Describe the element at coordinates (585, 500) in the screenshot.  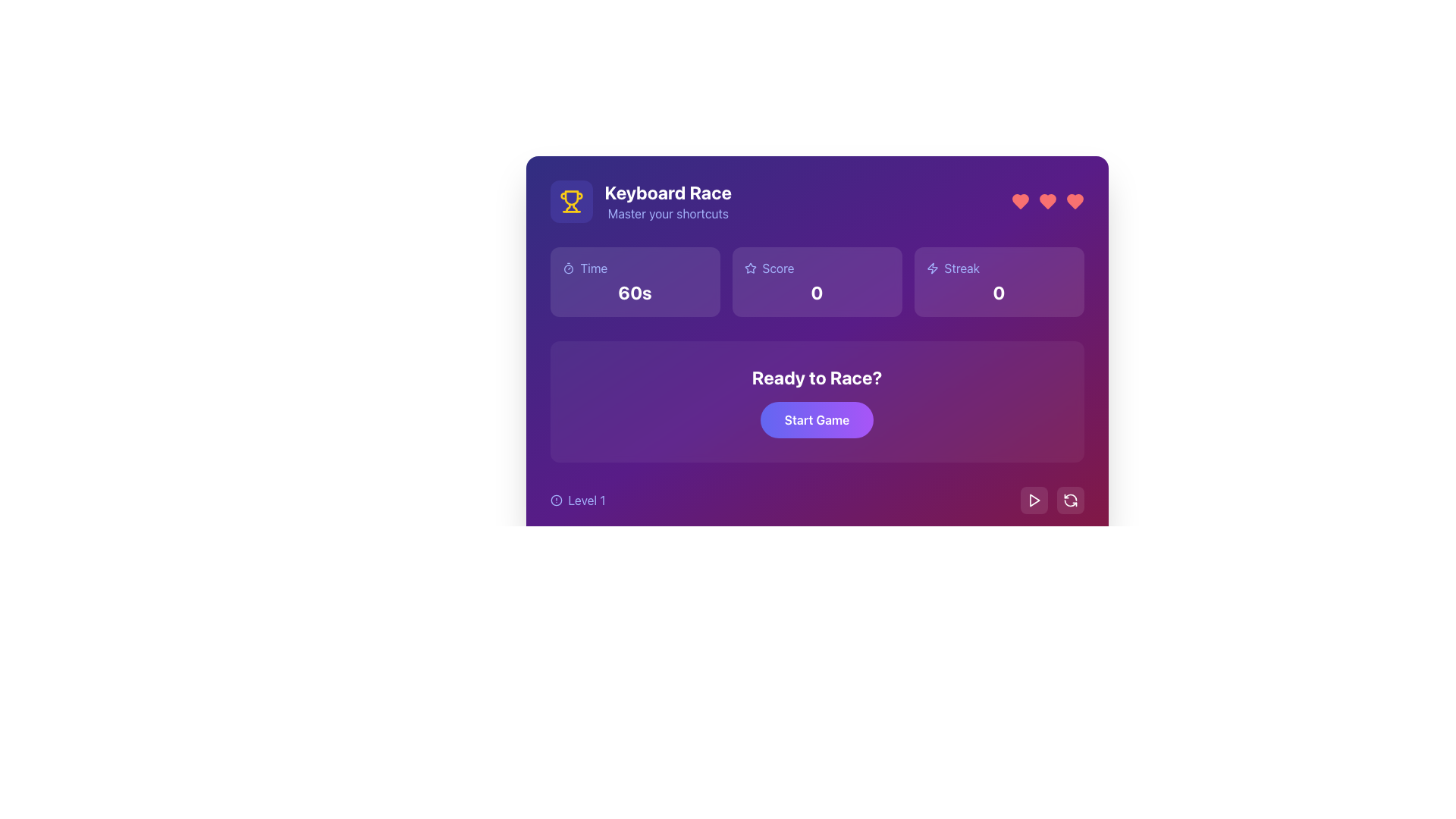
I see `the static text label displaying the current level information, located at the bottom left of the interface, to the right of the information icon` at that location.